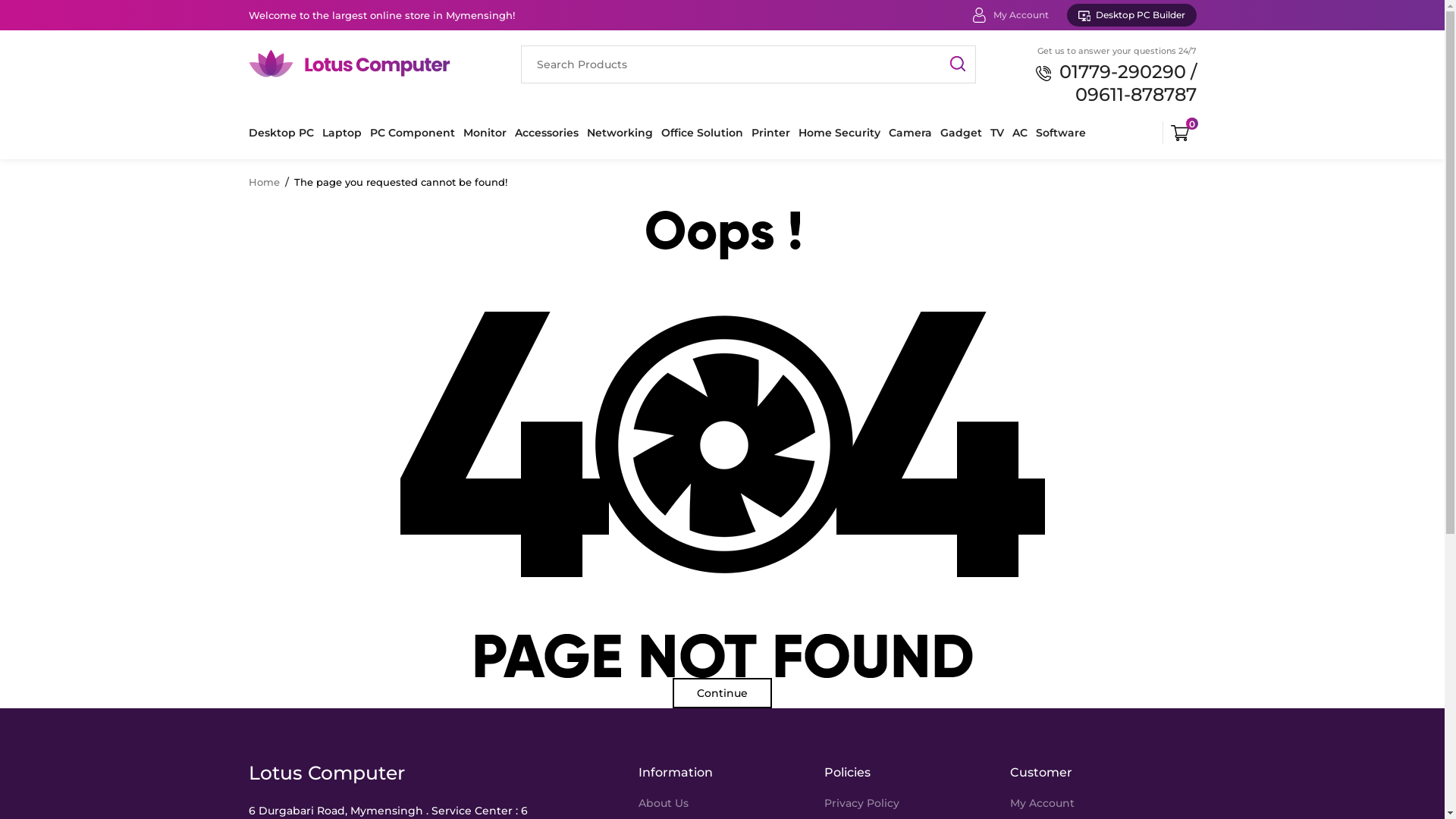 This screenshot has width=1456, height=819. What do you see at coordinates (1012, 131) in the screenshot?
I see `'AC'` at bounding box center [1012, 131].